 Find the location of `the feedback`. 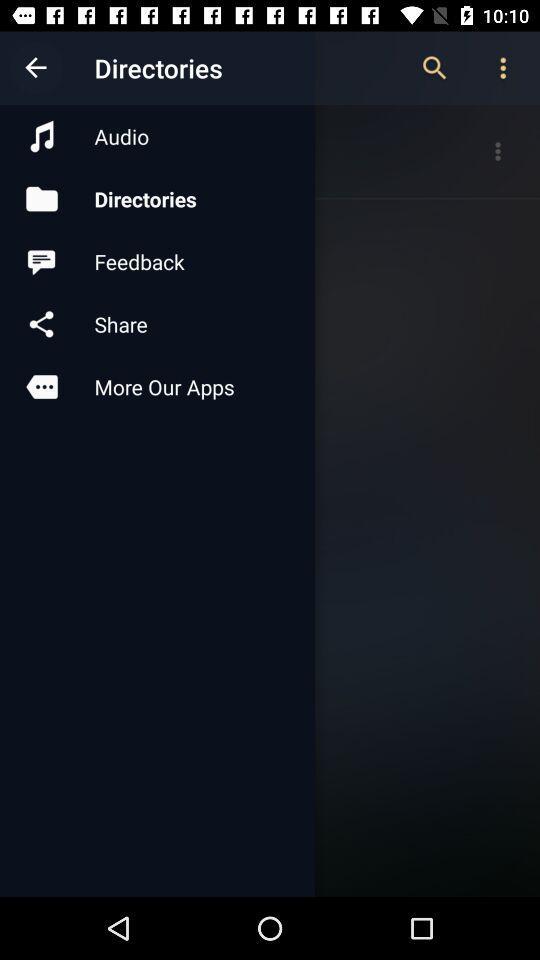

the feedback is located at coordinates (156, 260).